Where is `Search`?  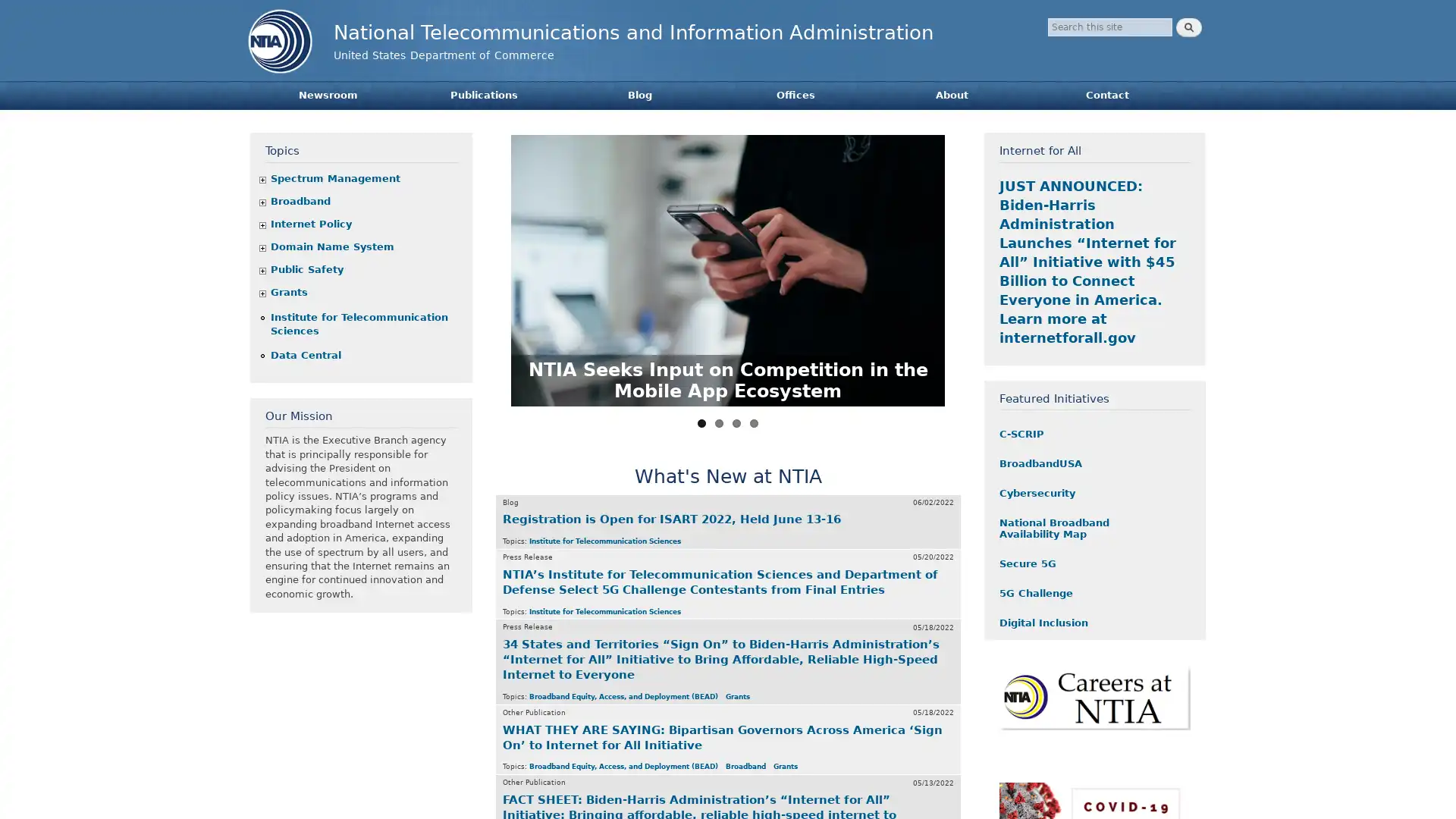
Search is located at coordinates (1188, 27).